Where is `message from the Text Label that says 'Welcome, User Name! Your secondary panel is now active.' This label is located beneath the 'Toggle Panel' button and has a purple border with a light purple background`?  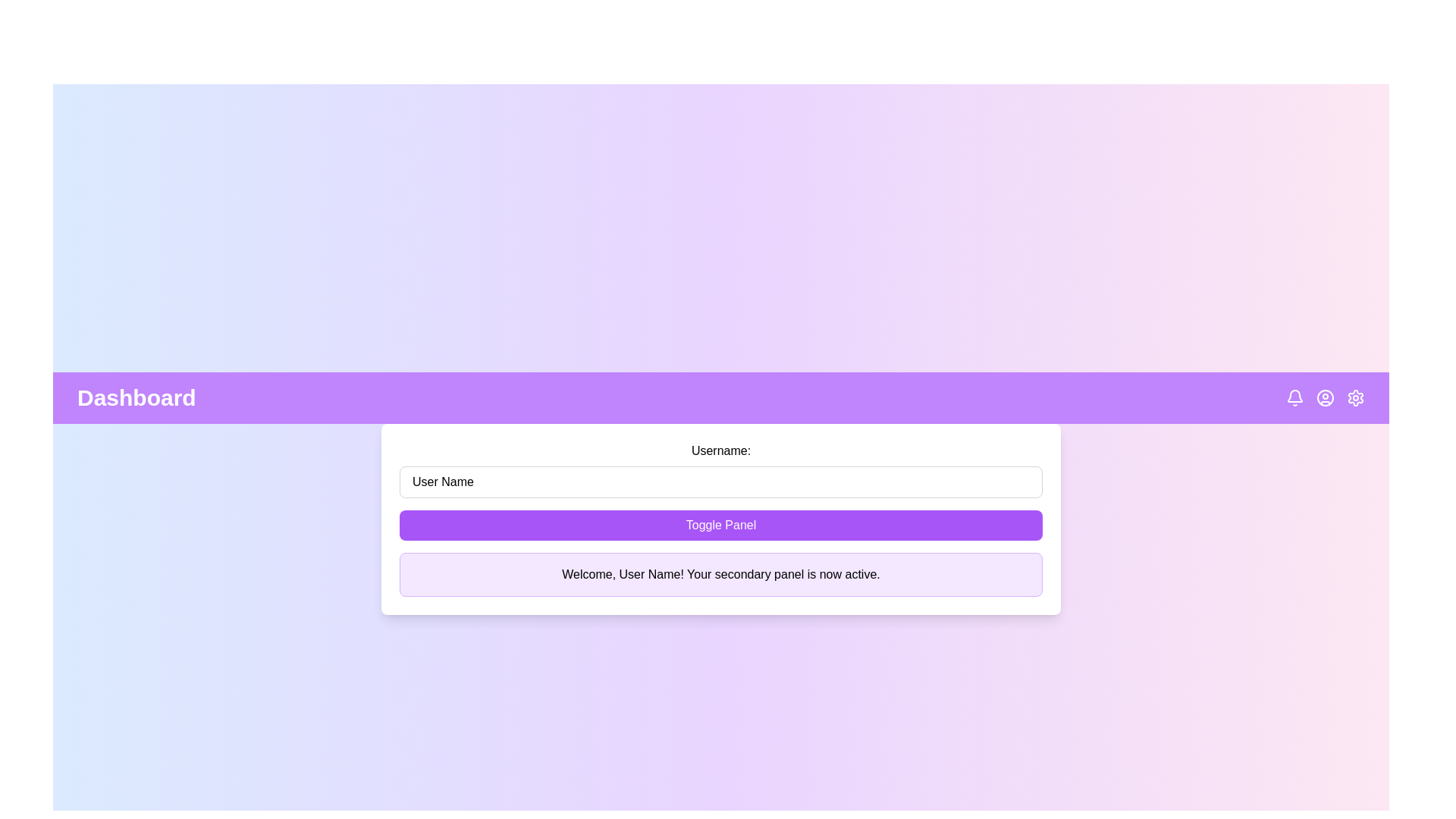
message from the Text Label that says 'Welcome, User Name! Your secondary panel is now active.' This label is located beneath the 'Toggle Panel' button and has a purple border with a light purple background is located at coordinates (720, 575).